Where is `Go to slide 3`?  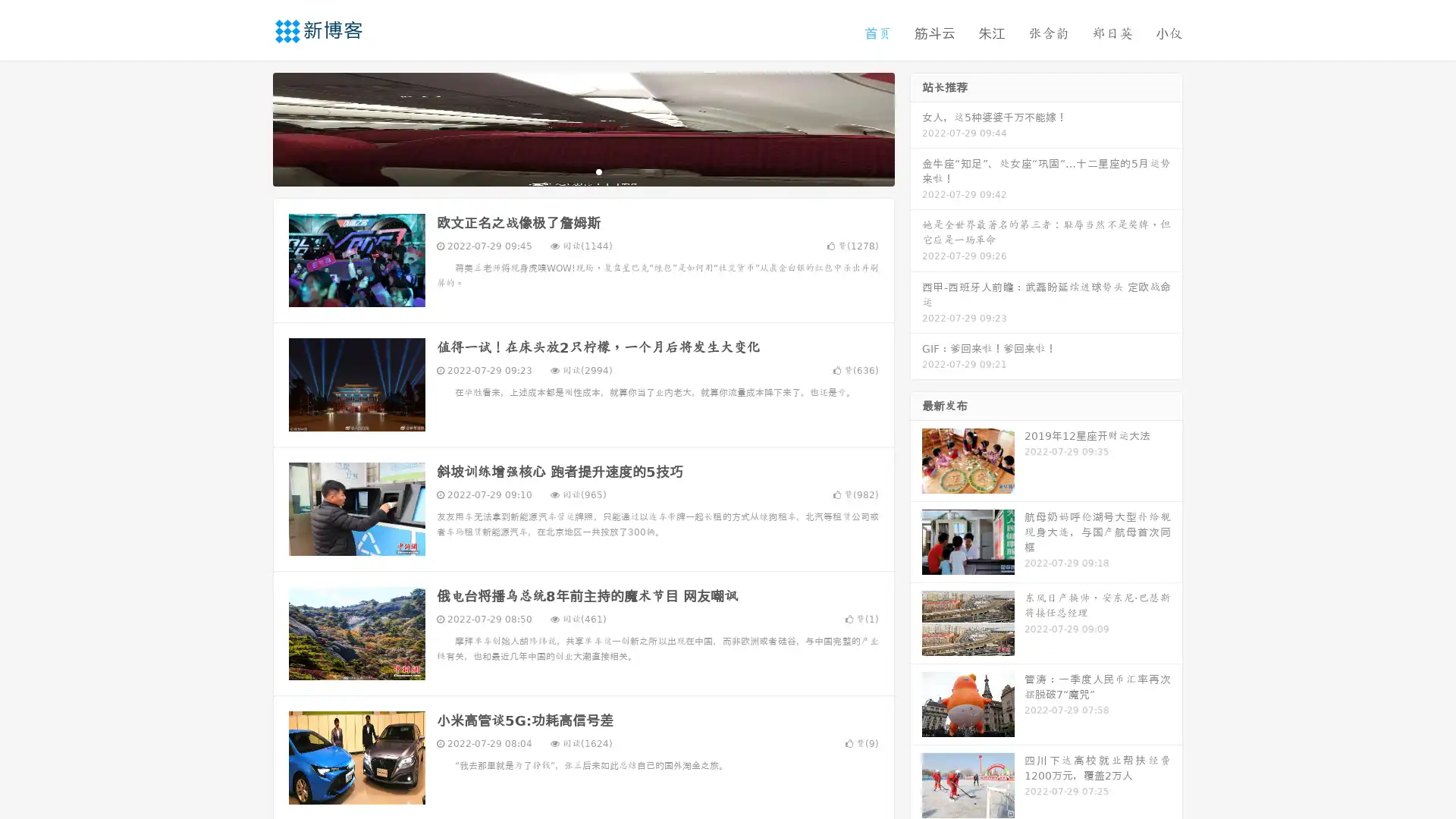
Go to slide 3 is located at coordinates (598, 171).